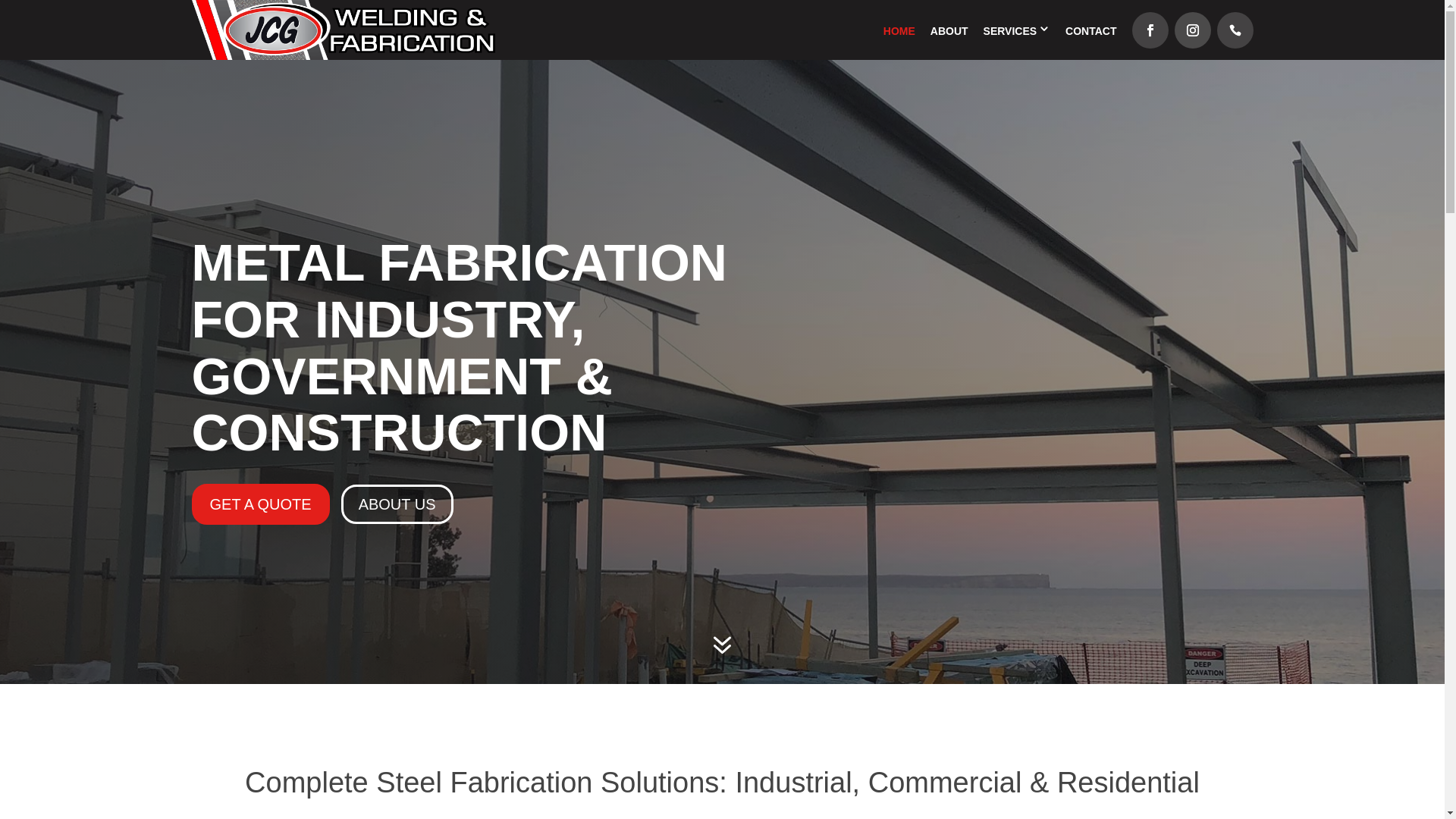 The image size is (1456, 819). What do you see at coordinates (1090, 31) in the screenshot?
I see `'CONTACT'` at bounding box center [1090, 31].